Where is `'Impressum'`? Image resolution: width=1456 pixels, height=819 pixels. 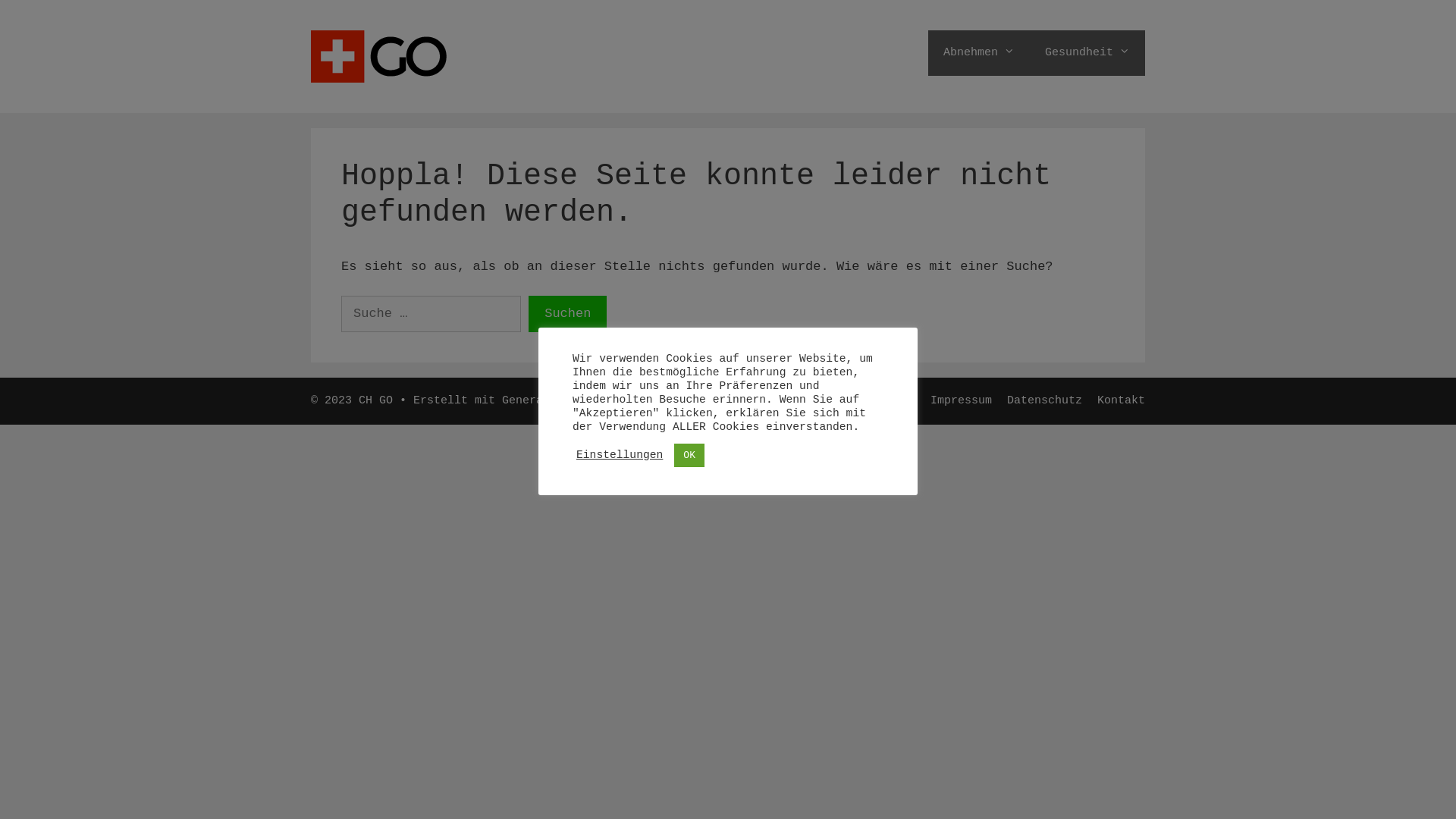 'Impressum' is located at coordinates (960, 400).